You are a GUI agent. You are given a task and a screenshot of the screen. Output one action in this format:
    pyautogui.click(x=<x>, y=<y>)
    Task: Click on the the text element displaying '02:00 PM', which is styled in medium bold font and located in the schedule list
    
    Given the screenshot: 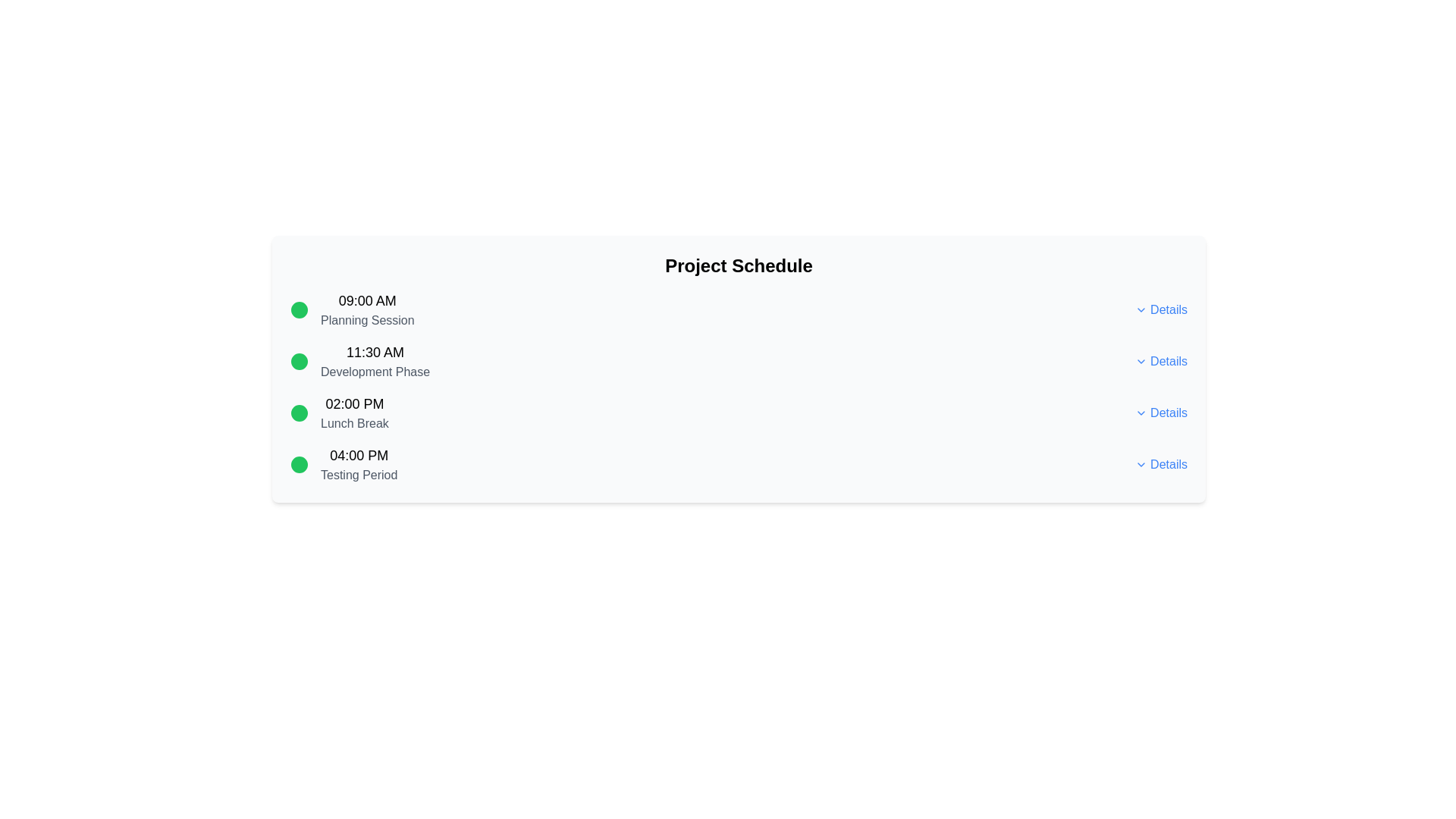 What is the action you would take?
    pyautogui.click(x=353, y=403)
    